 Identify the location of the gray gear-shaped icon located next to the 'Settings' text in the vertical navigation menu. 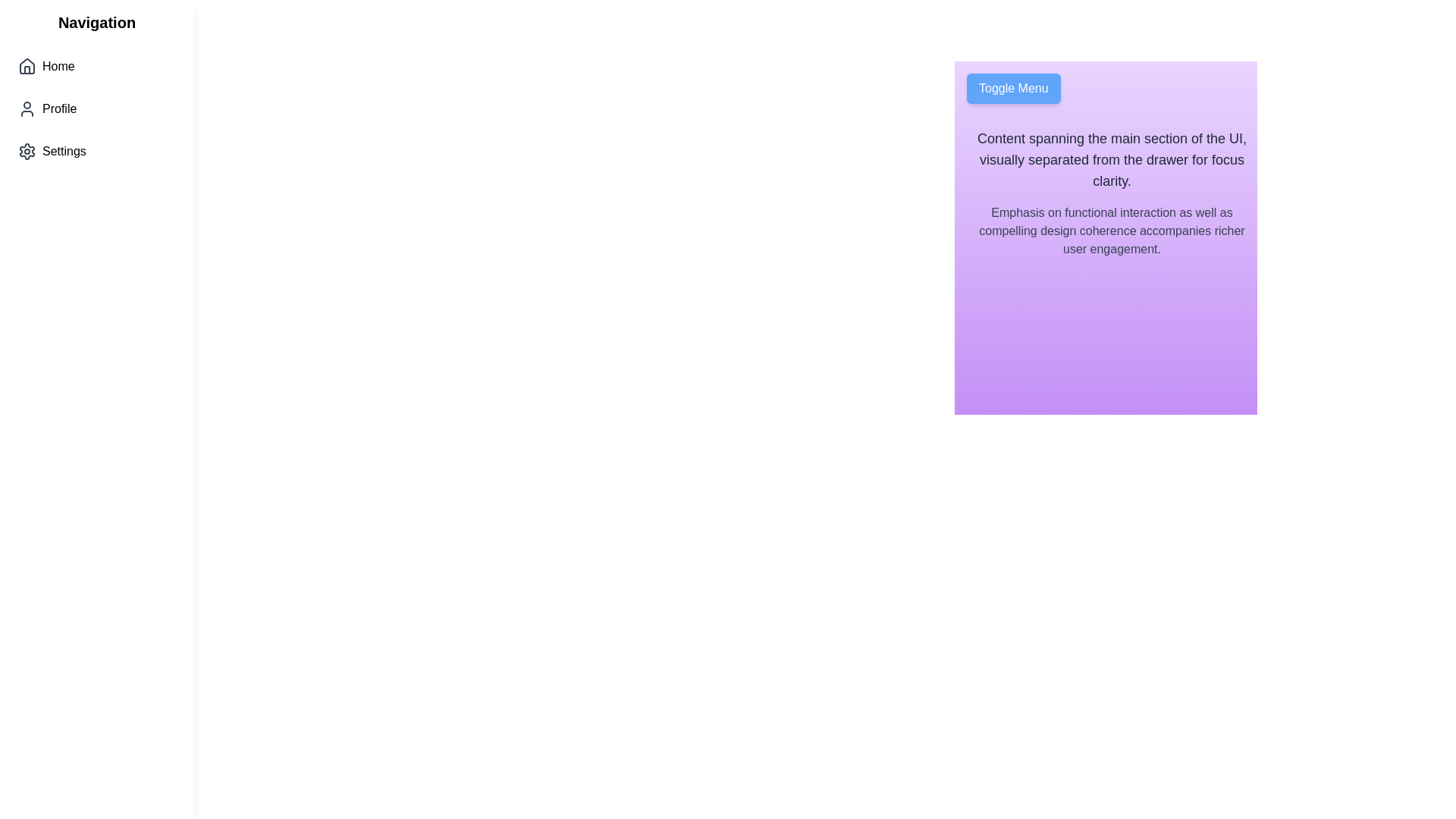
(27, 152).